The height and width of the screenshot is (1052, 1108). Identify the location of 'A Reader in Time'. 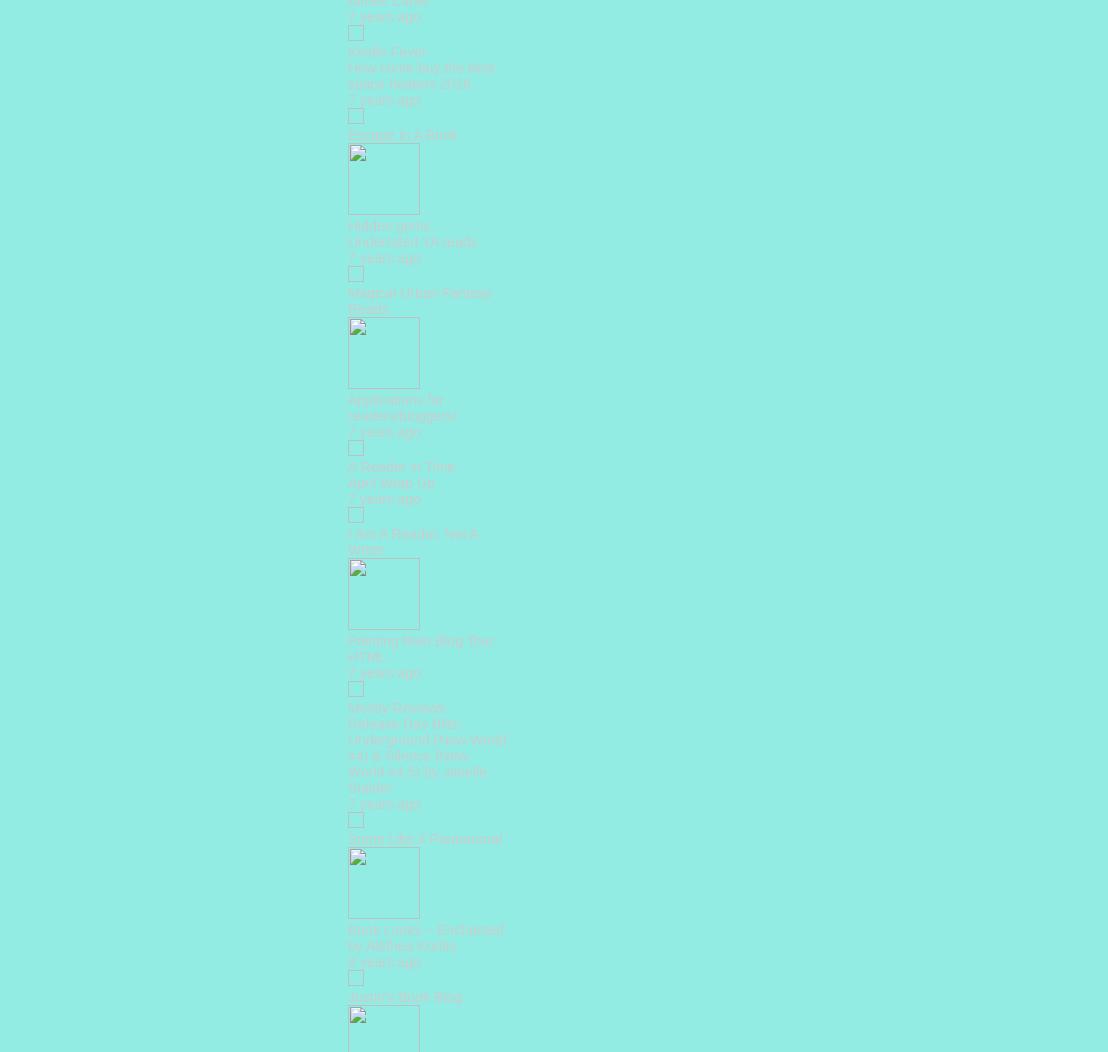
(401, 466).